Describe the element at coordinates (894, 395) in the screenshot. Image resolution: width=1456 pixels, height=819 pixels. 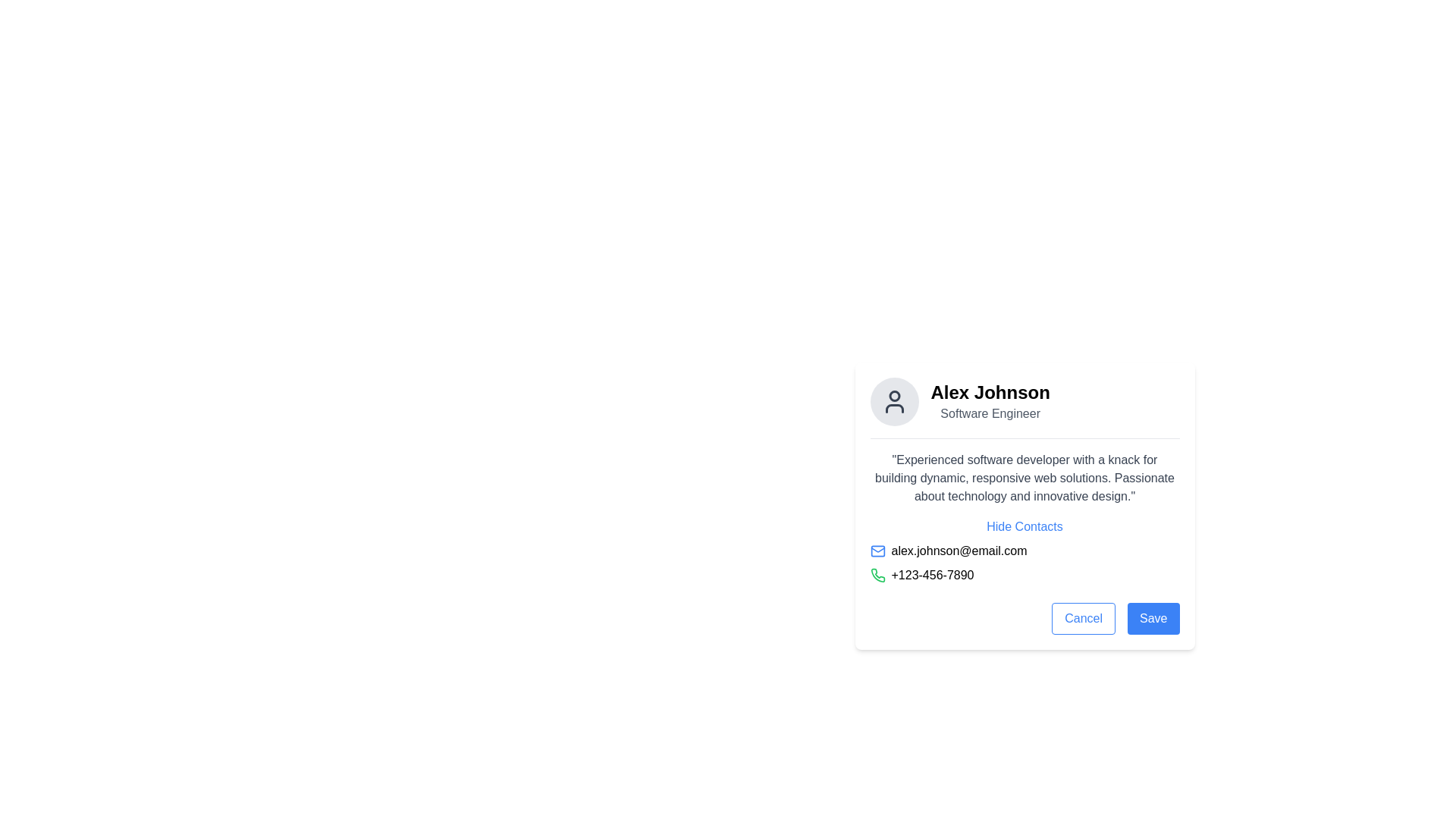
I see `the circular shape representing the head of the abstract person` at that location.